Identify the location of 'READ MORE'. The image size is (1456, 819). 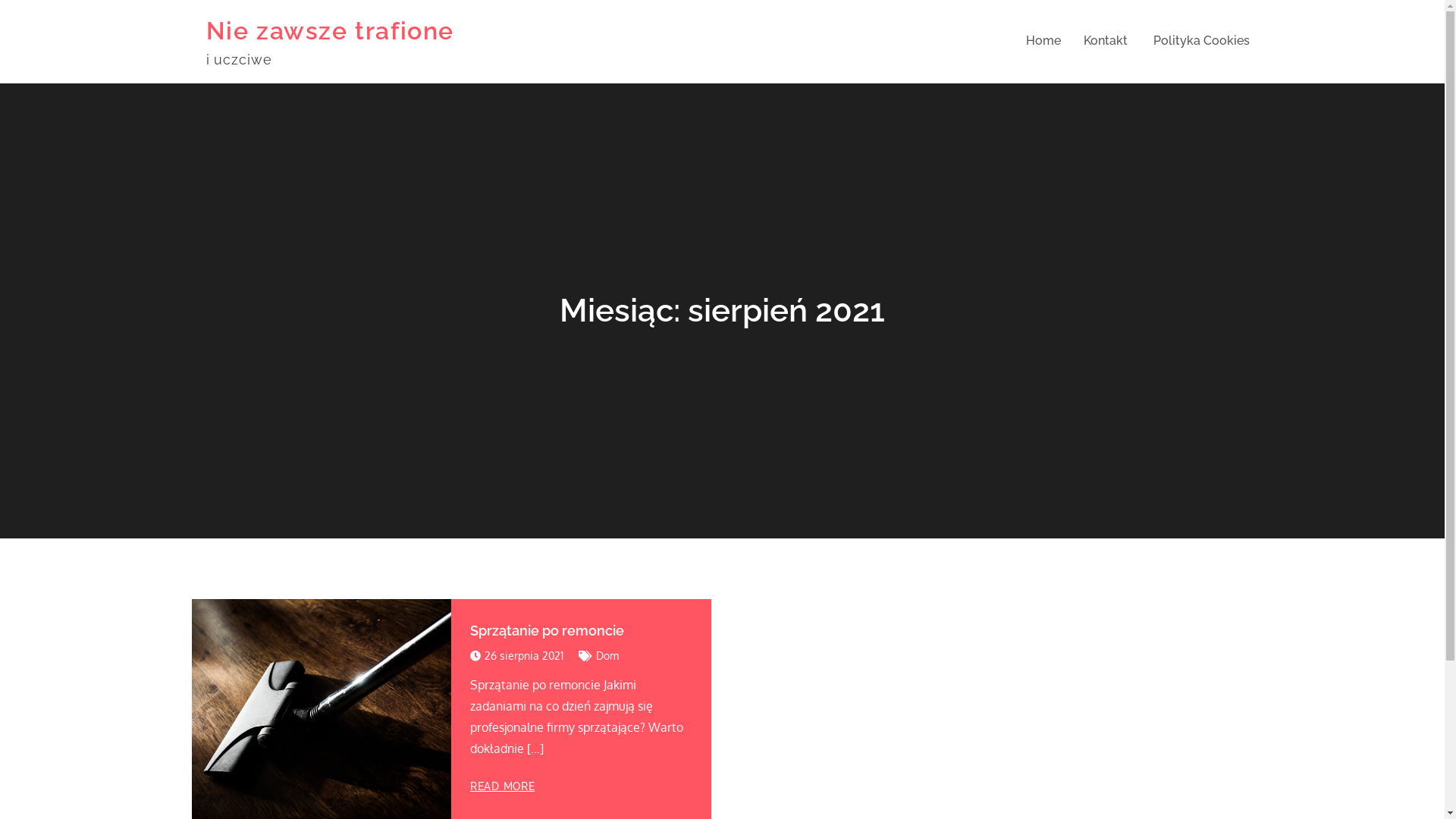
(502, 786).